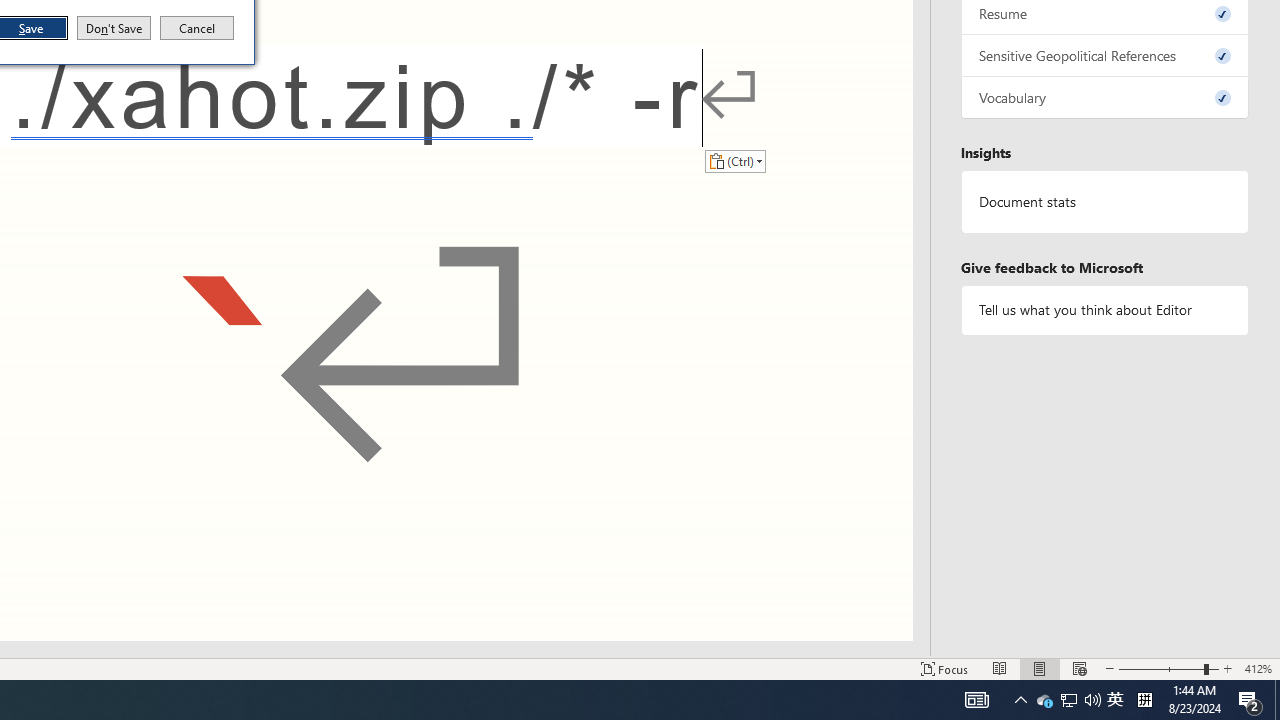 Image resolution: width=1280 pixels, height=720 pixels. Describe the element at coordinates (734, 160) in the screenshot. I see `'Action: Paste alternatives'` at that location.